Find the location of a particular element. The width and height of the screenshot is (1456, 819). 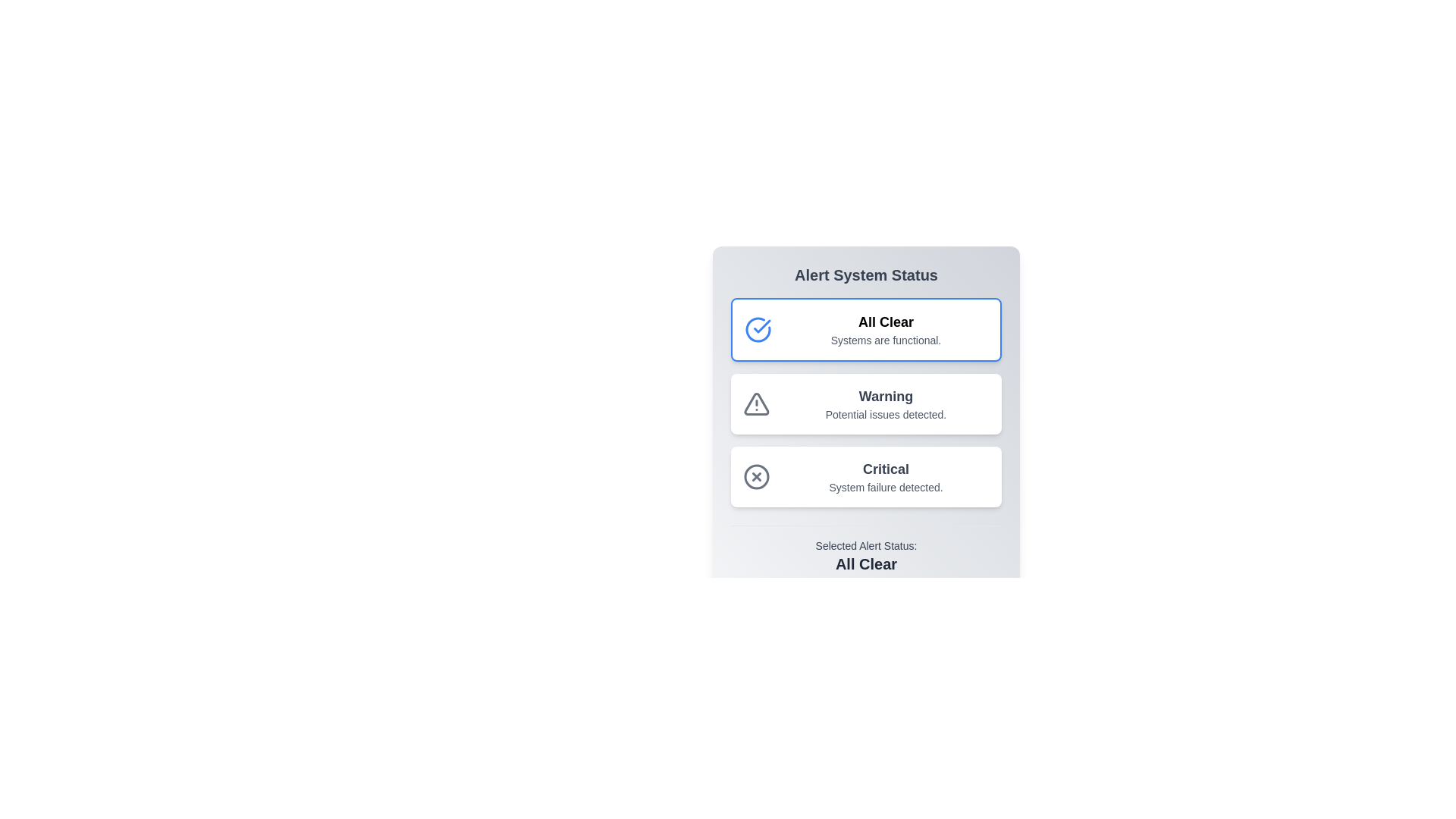

the 'Warning' text label element displayed in bold styling within the status card, which is centrally located above the 'Potential issues detected.' text and adjacent to a warning icon is located at coordinates (886, 396).